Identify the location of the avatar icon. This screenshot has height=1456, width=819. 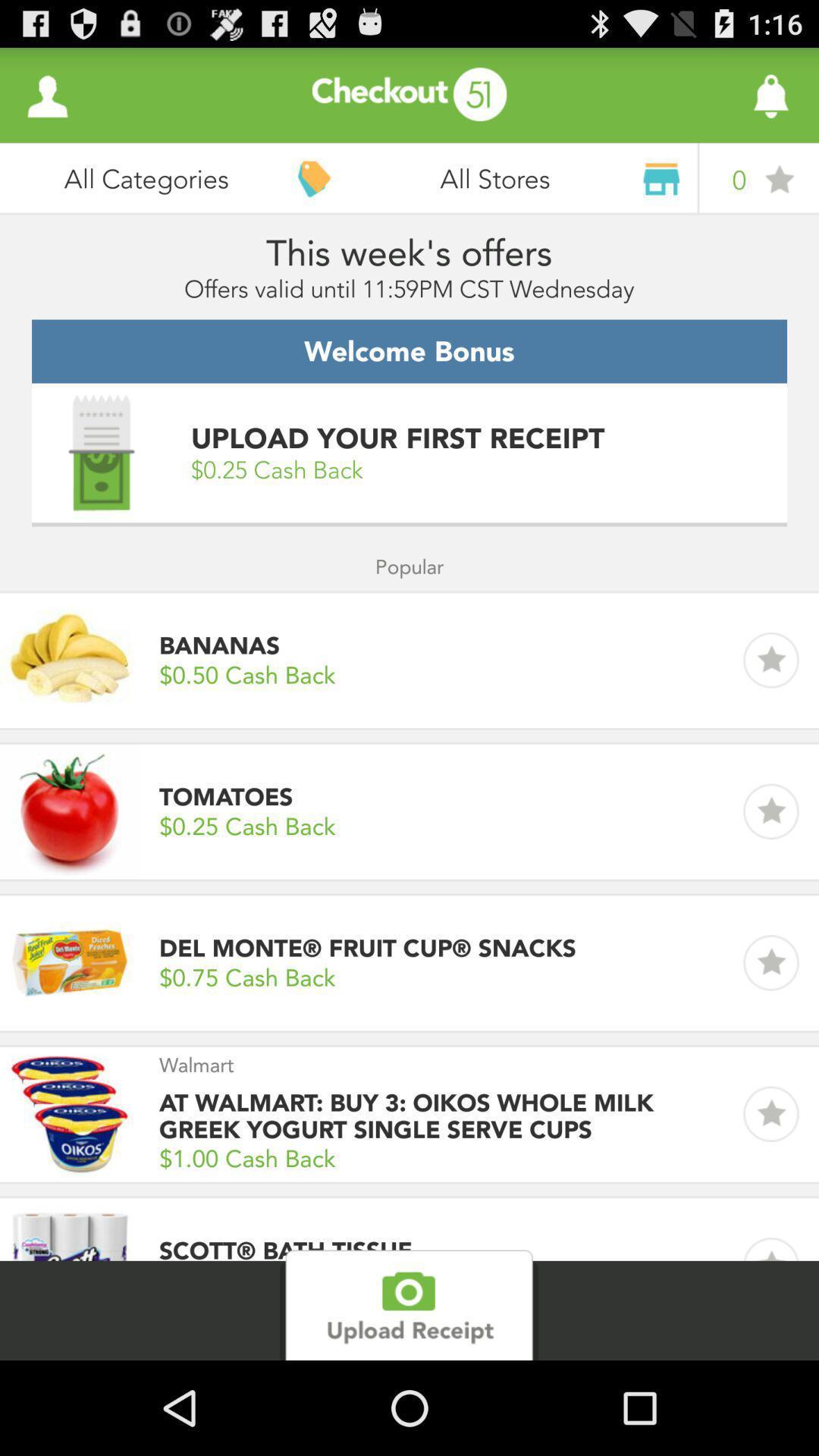
(46, 101).